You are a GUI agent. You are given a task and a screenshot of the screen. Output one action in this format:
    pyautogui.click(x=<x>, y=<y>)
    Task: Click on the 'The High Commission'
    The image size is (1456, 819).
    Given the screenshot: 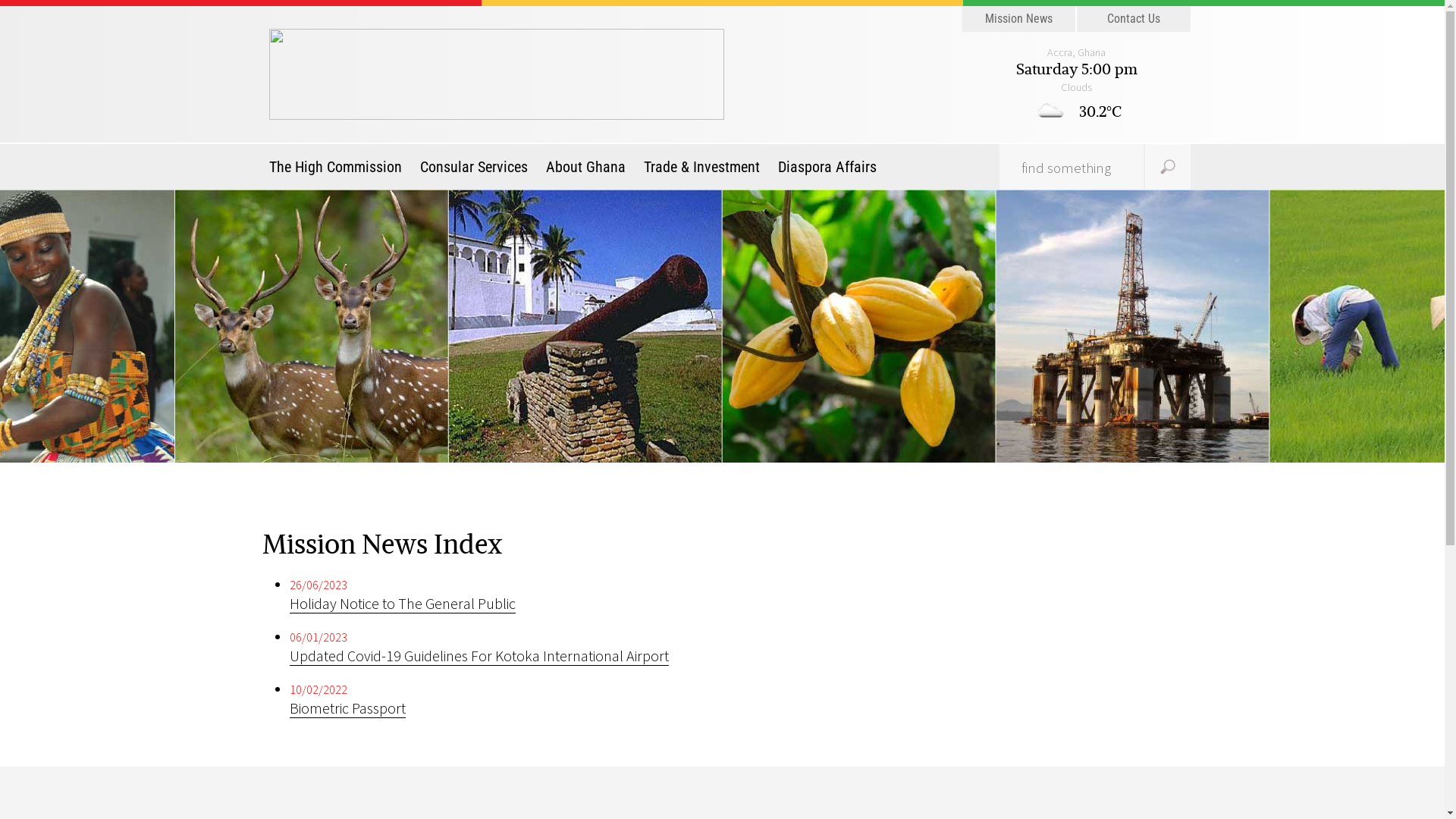 What is the action you would take?
    pyautogui.click(x=338, y=166)
    